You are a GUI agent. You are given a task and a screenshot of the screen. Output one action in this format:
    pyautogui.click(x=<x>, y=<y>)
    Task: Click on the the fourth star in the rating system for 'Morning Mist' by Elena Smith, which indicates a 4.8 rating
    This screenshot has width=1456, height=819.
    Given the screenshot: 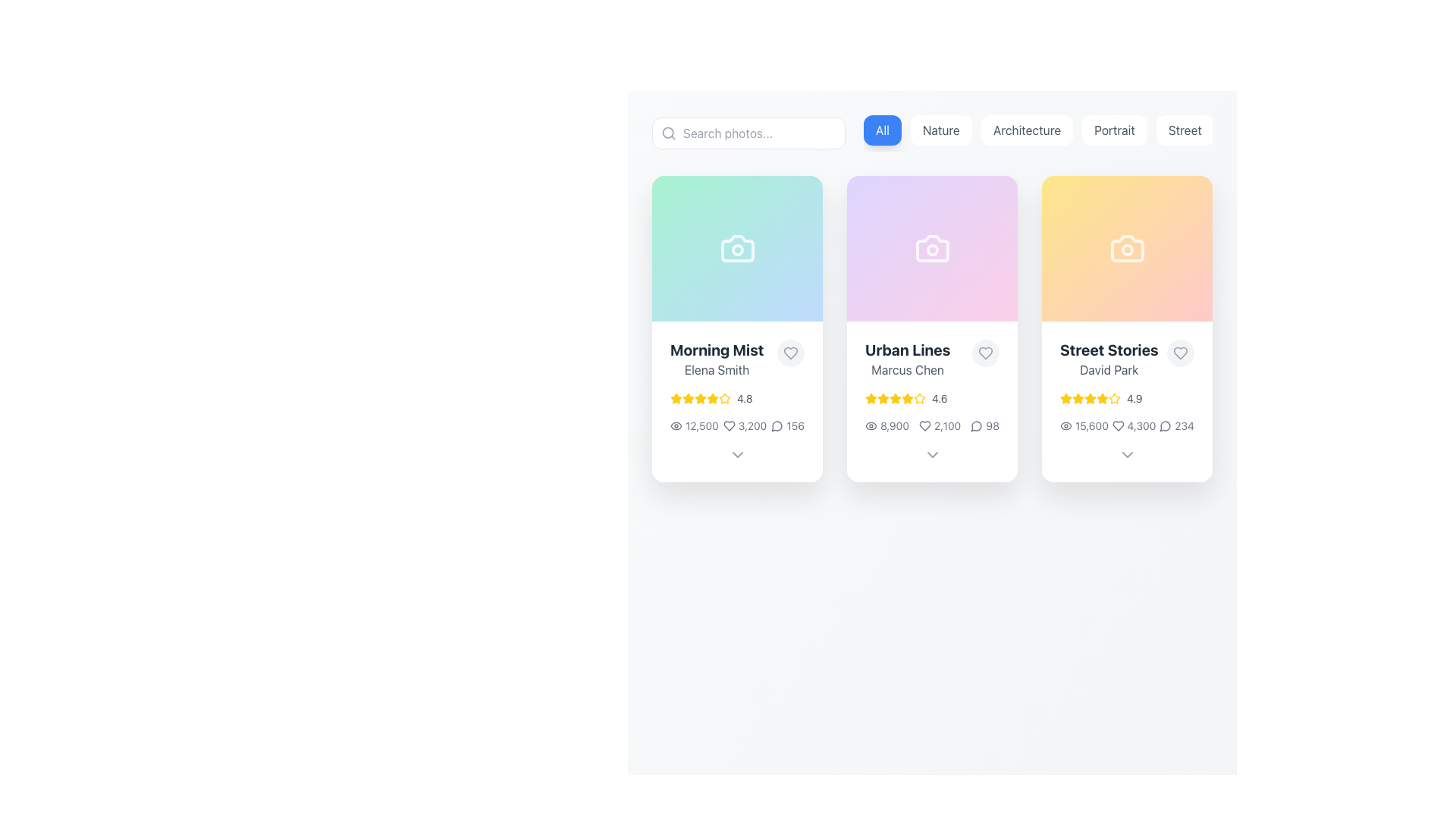 What is the action you would take?
    pyautogui.click(x=700, y=397)
    